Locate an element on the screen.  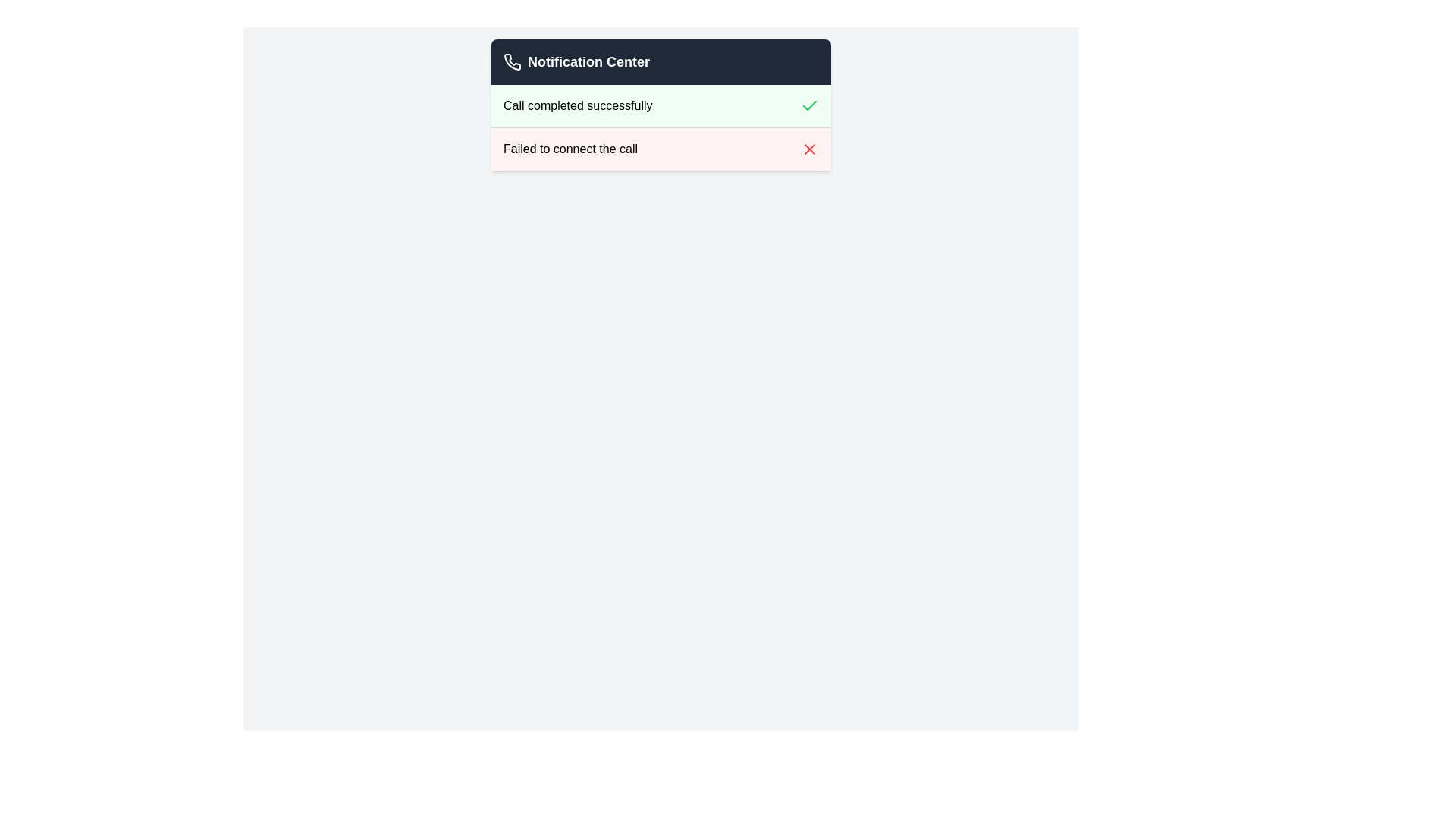
the green checkmark icon located at the top-right of the notification panel indicating 'Call completed successfully' is located at coordinates (809, 105).